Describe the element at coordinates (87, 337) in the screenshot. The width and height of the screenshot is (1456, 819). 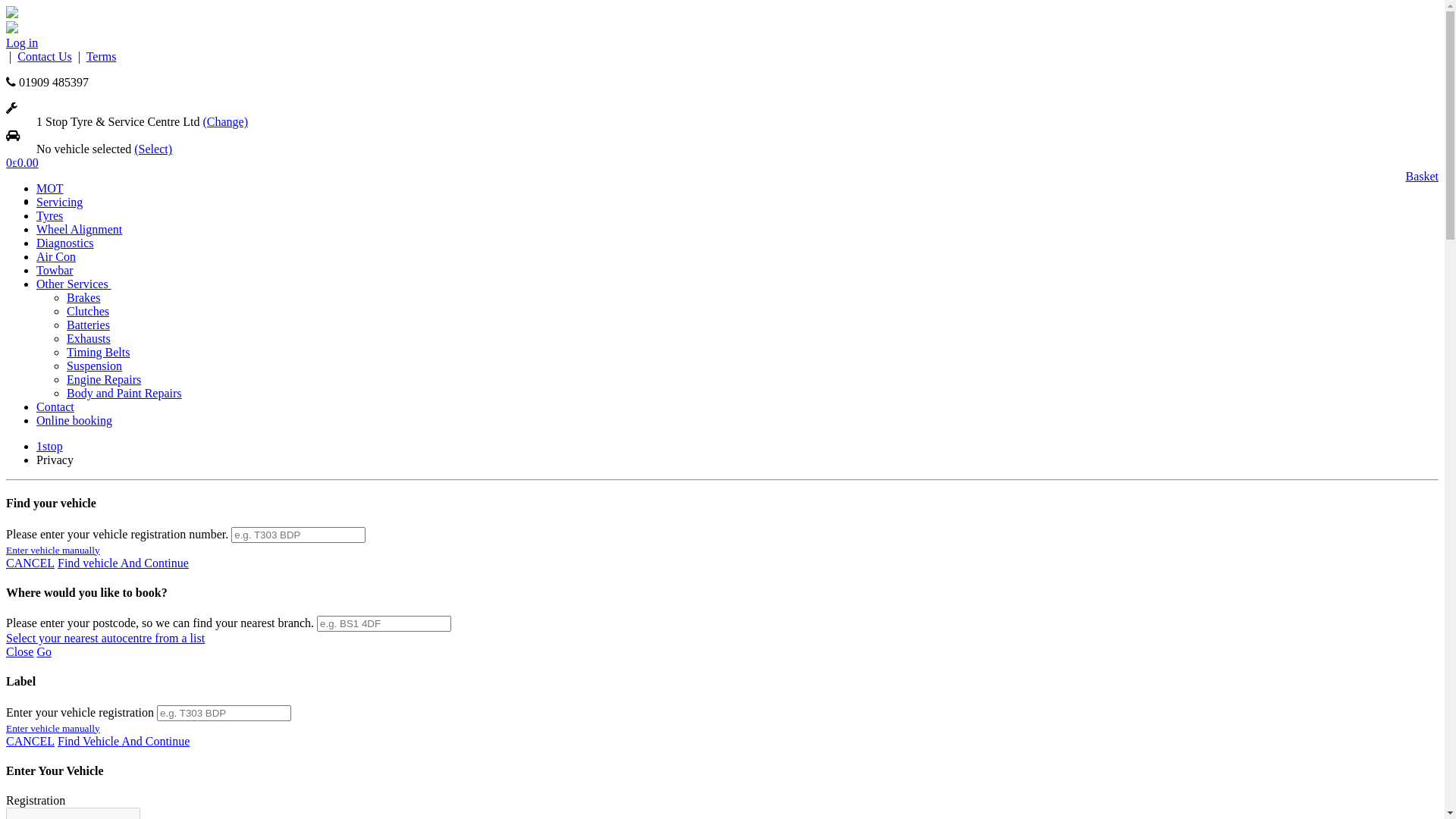
I see `'Exhausts'` at that location.